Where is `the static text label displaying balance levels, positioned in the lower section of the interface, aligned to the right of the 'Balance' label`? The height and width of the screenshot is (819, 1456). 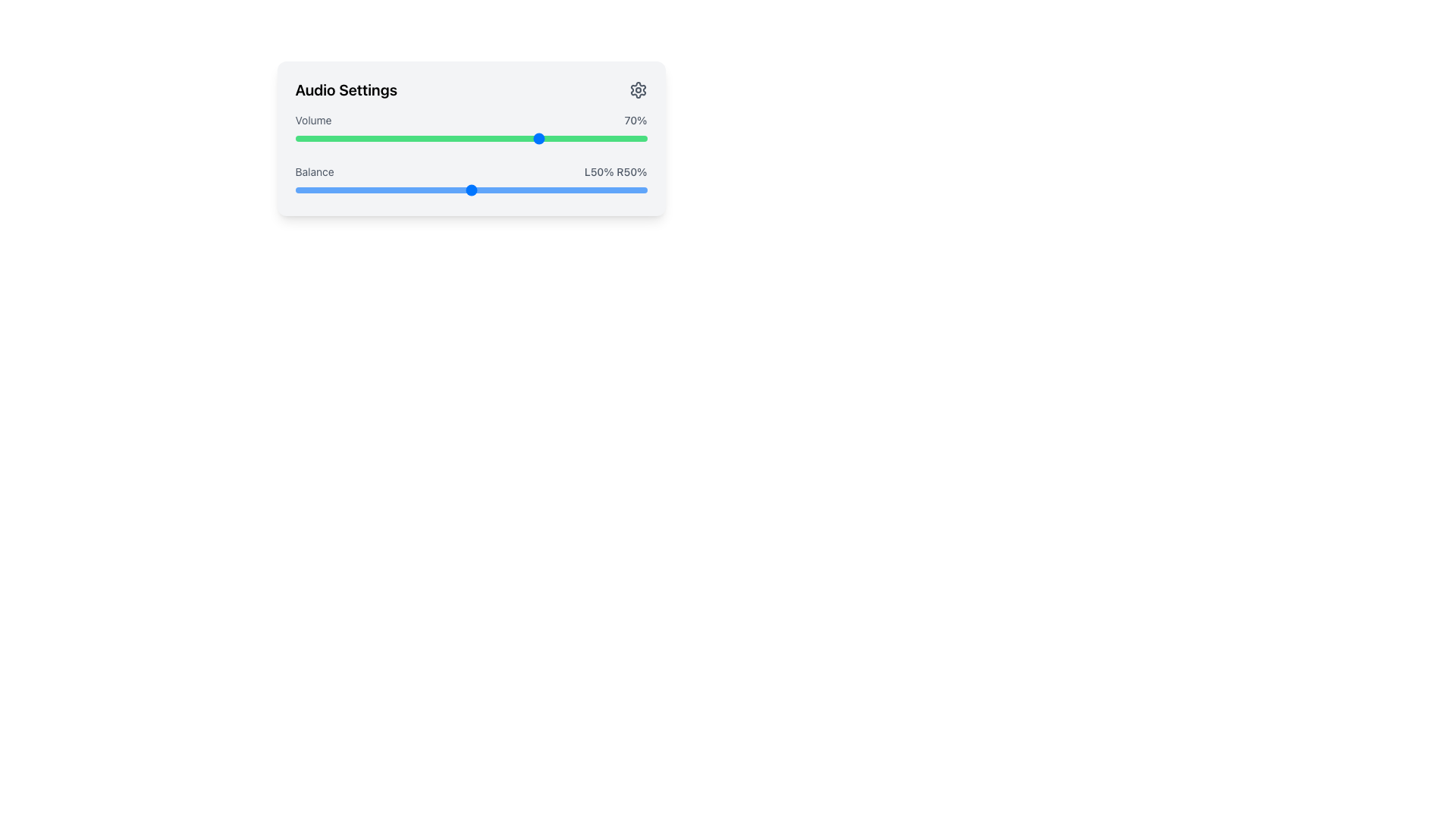
the static text label displaying balance levels, positioned in the lower section of the interface, aligned to the right of the 'Balance' label is located at coordinates (616, 171).